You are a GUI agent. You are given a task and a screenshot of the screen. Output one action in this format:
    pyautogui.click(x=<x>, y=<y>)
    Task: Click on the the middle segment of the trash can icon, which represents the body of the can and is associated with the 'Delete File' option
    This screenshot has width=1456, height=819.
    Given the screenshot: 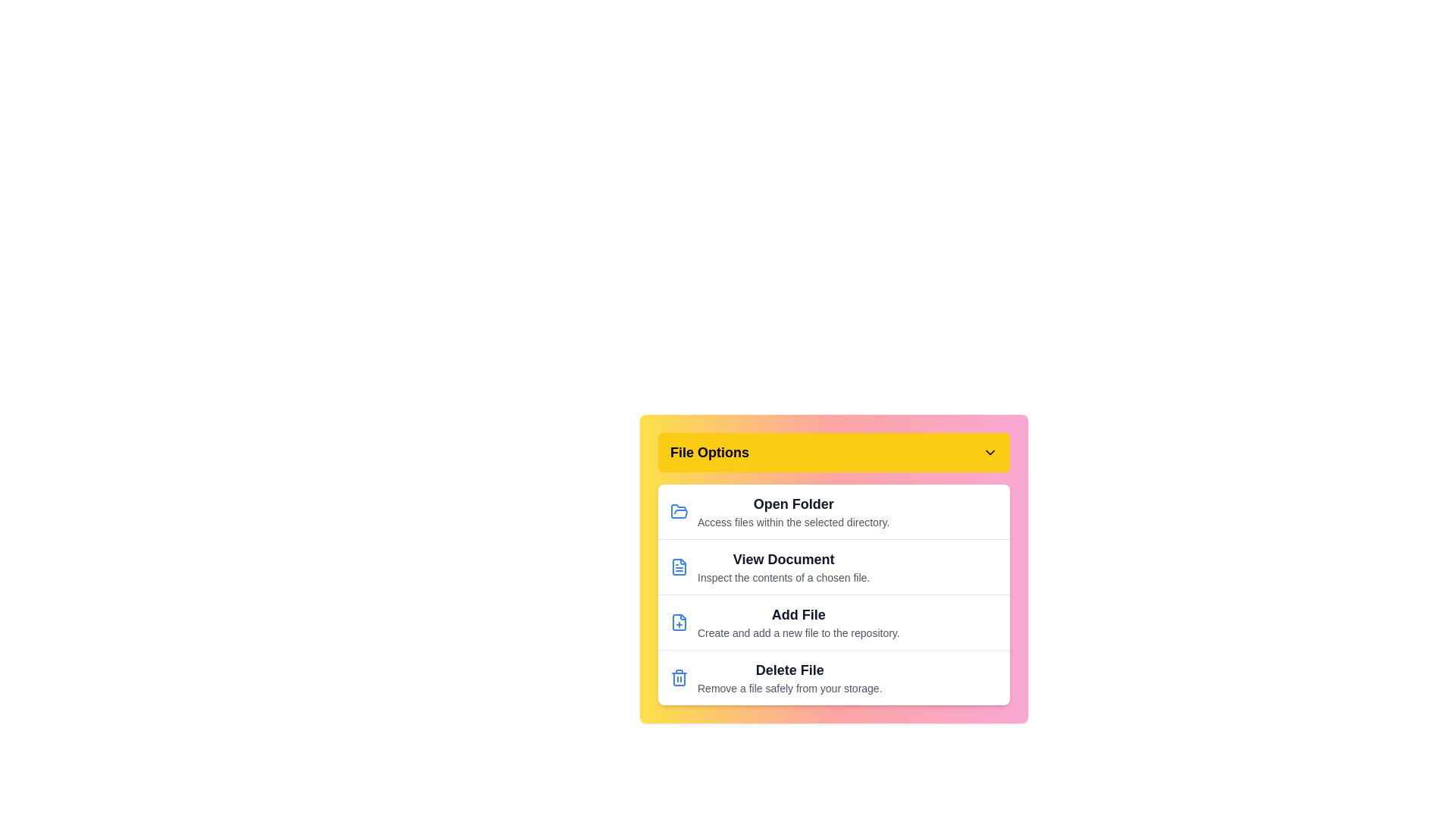 What is the action you would take?
    pyautogui.click(x=679, y=678)
    